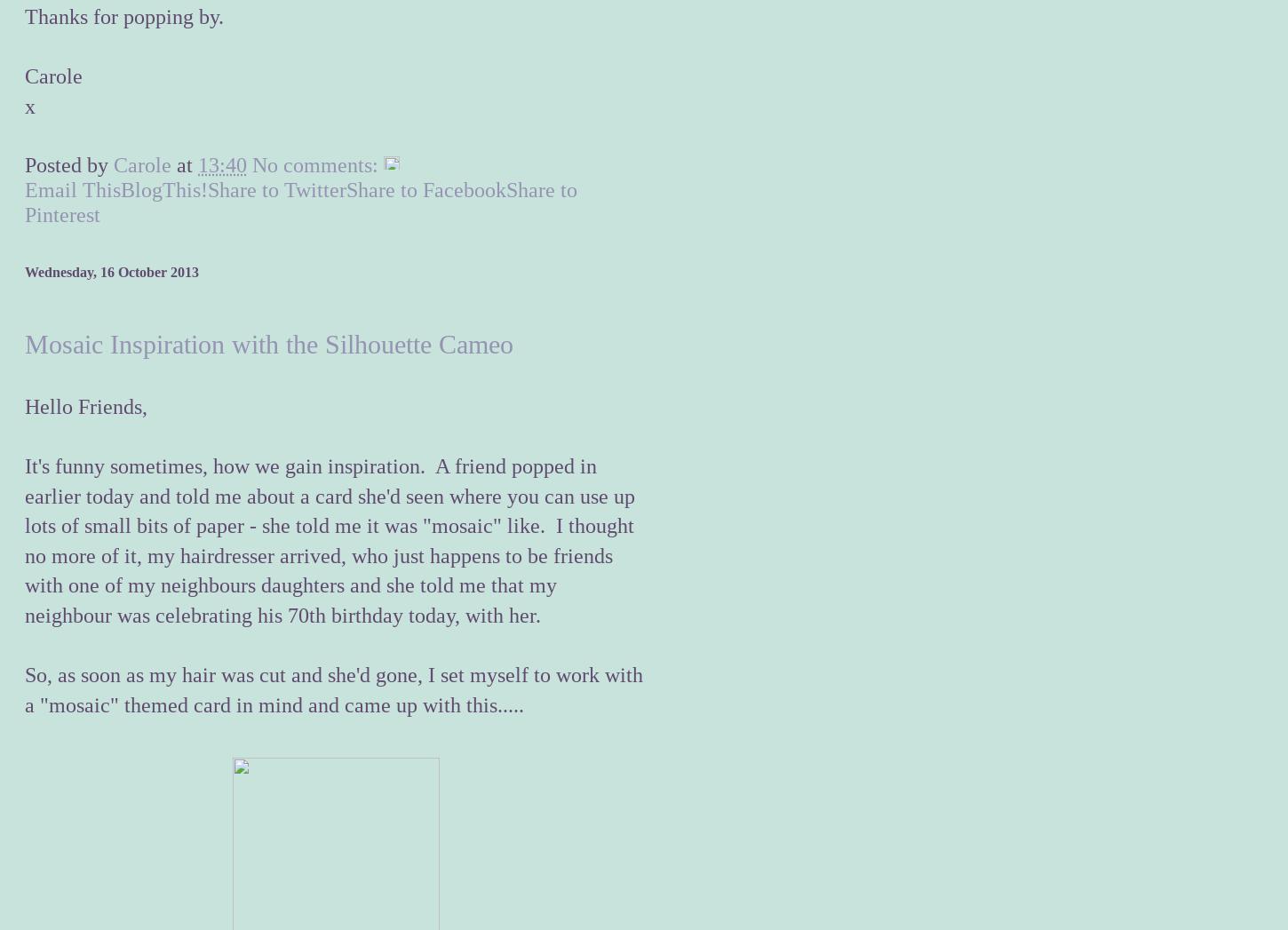 The height and width of the screenshot is (930, 1288). I want to click on 'Hello Friends,', so click(24, 406).